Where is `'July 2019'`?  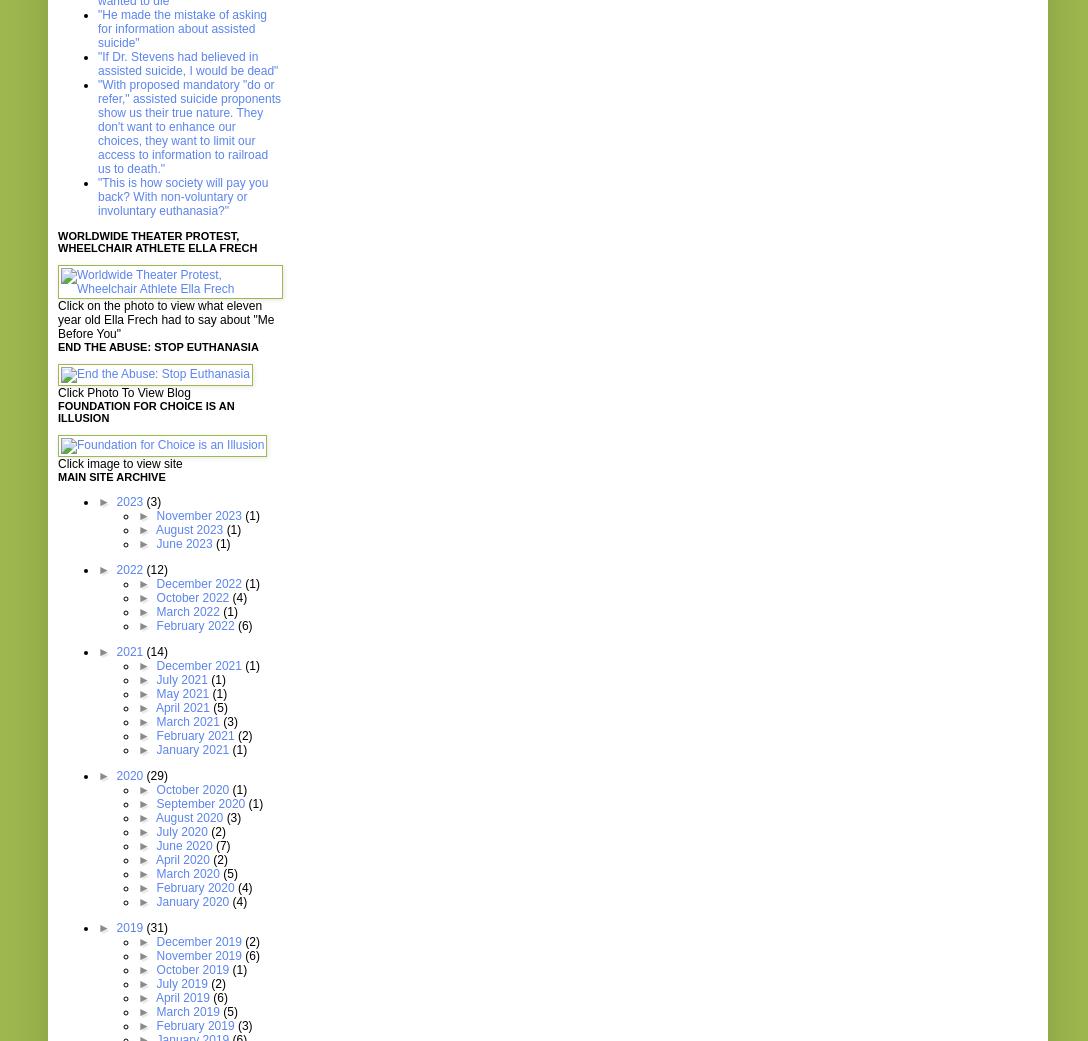 'July 2019' is located at coordinates (182, 983).